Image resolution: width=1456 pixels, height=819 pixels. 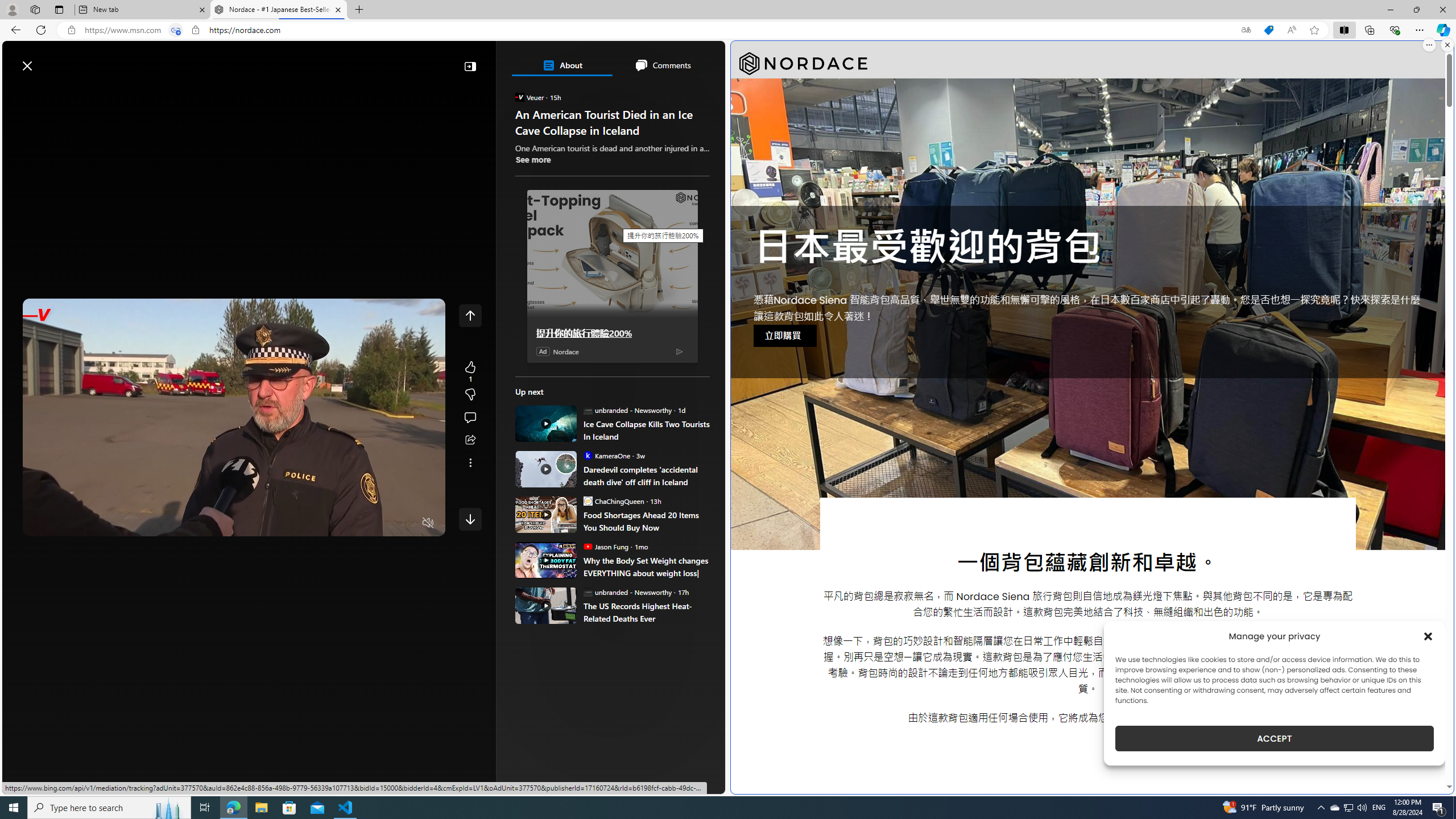 I want to click on 'Ice Cave Collapse Kills Two Tourists In Iceland', so click(x=646, y=429).